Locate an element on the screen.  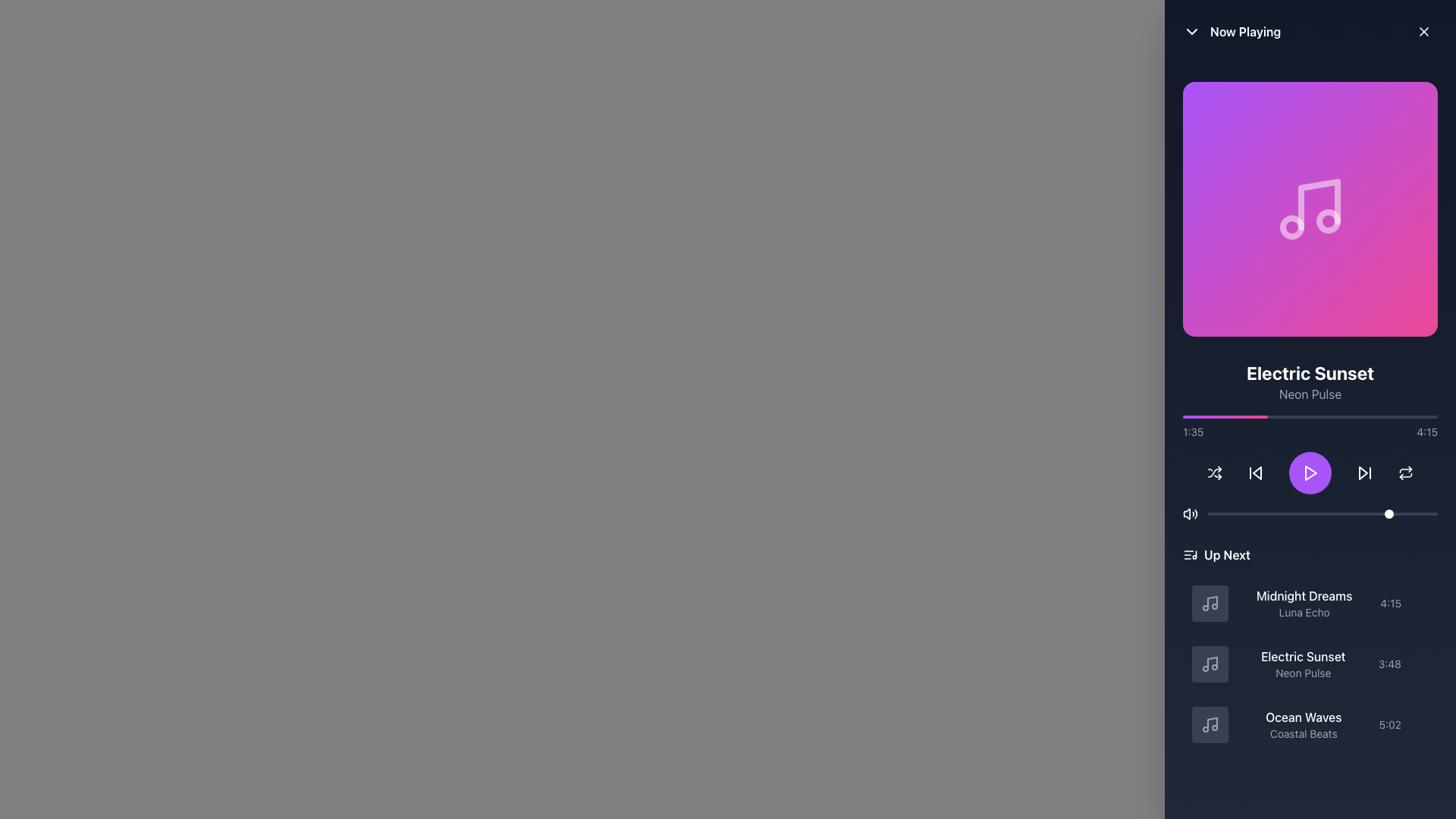
the square tile icon with a dark-gray background and a music icon, located at the top-left corner of the third row under the 'Up Next' list, representing the track 'Ocean Waves - Coastal Beats 5:02' is located at coordinates (1210, 724).